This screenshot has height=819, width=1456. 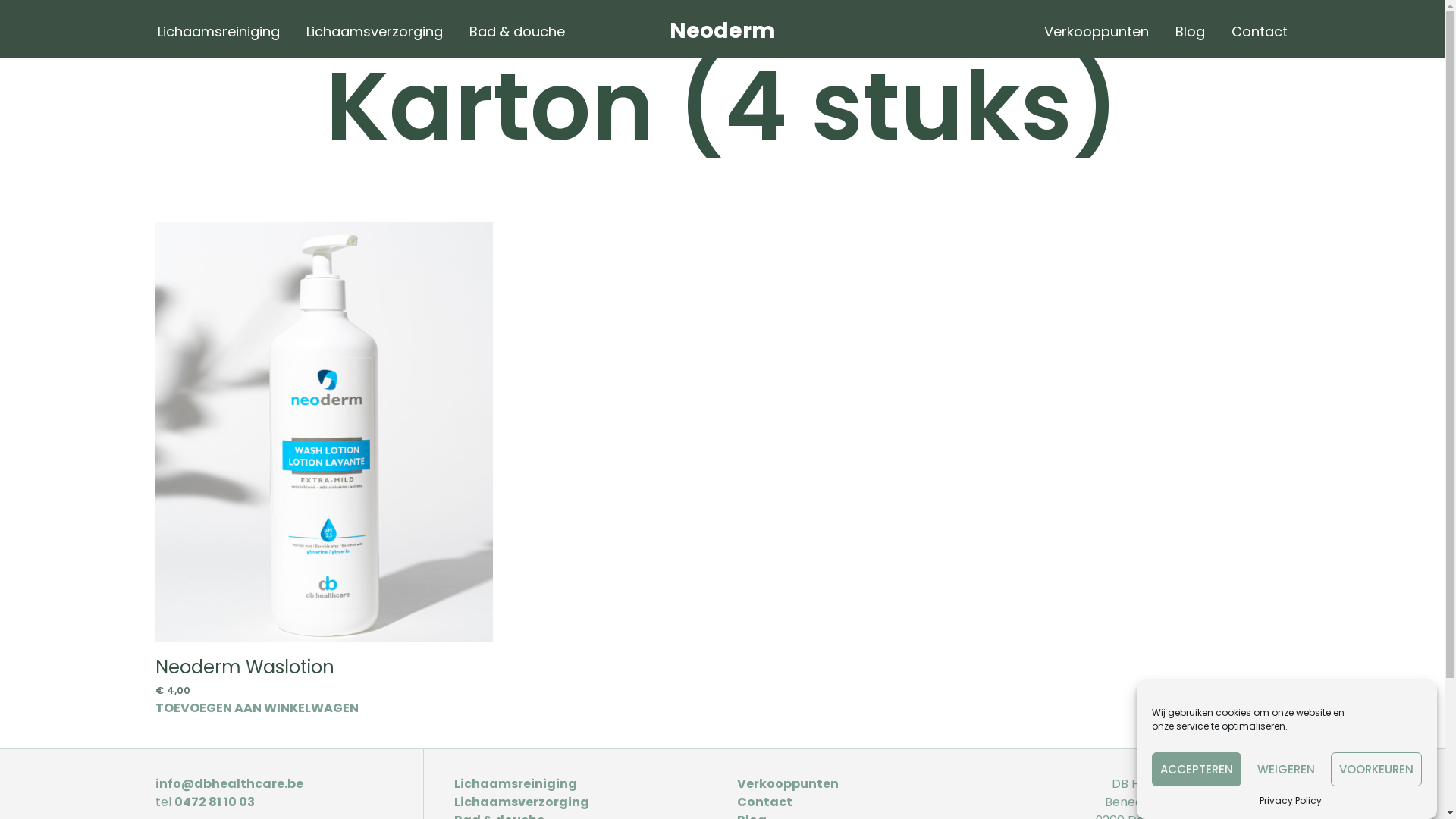 I want to click on 'Neoderm', so click(x=721, y=30).